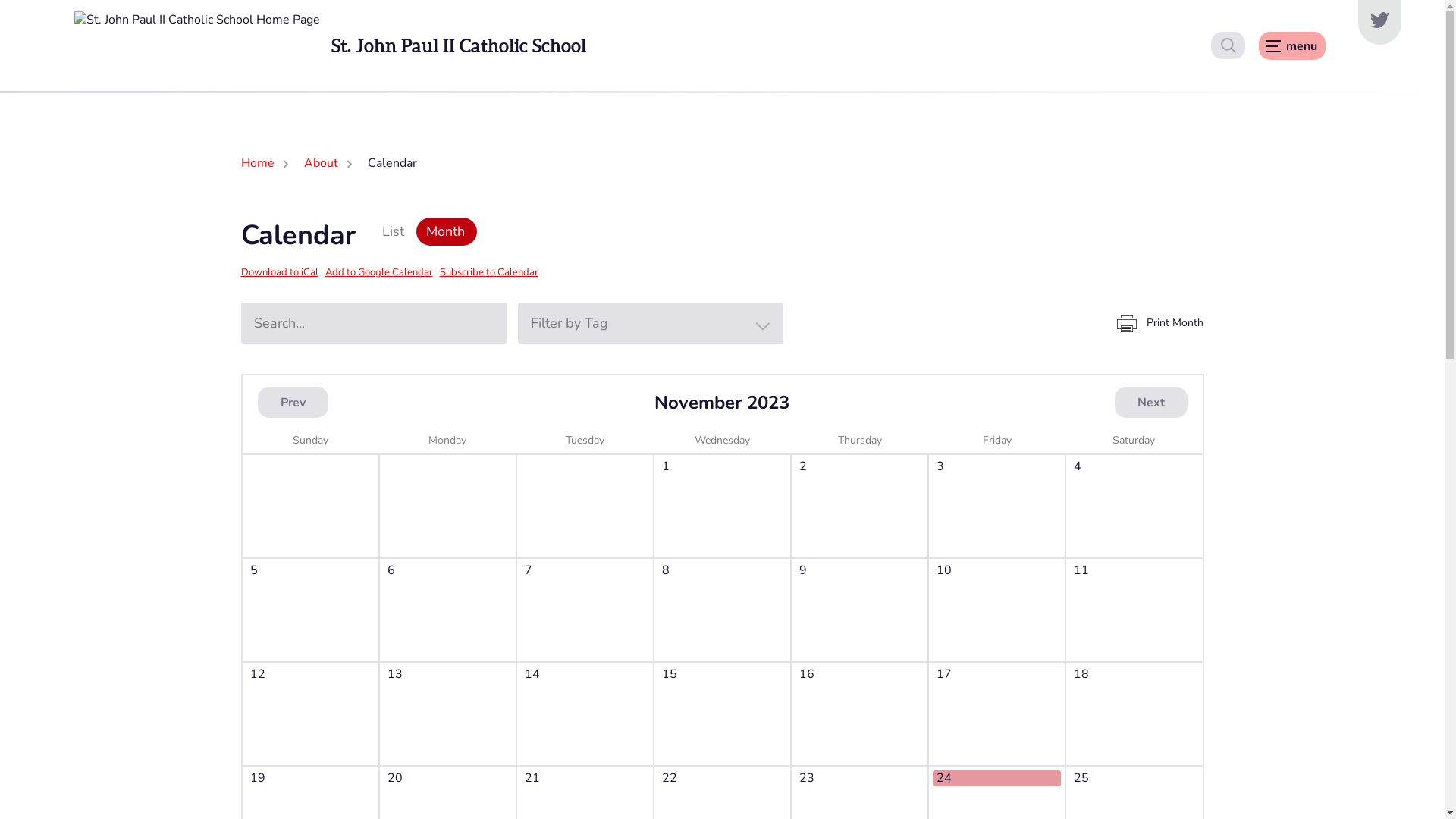 This screenshot has width=1456, height=819. I want to click on 'Print Month', so click(1159, 322).